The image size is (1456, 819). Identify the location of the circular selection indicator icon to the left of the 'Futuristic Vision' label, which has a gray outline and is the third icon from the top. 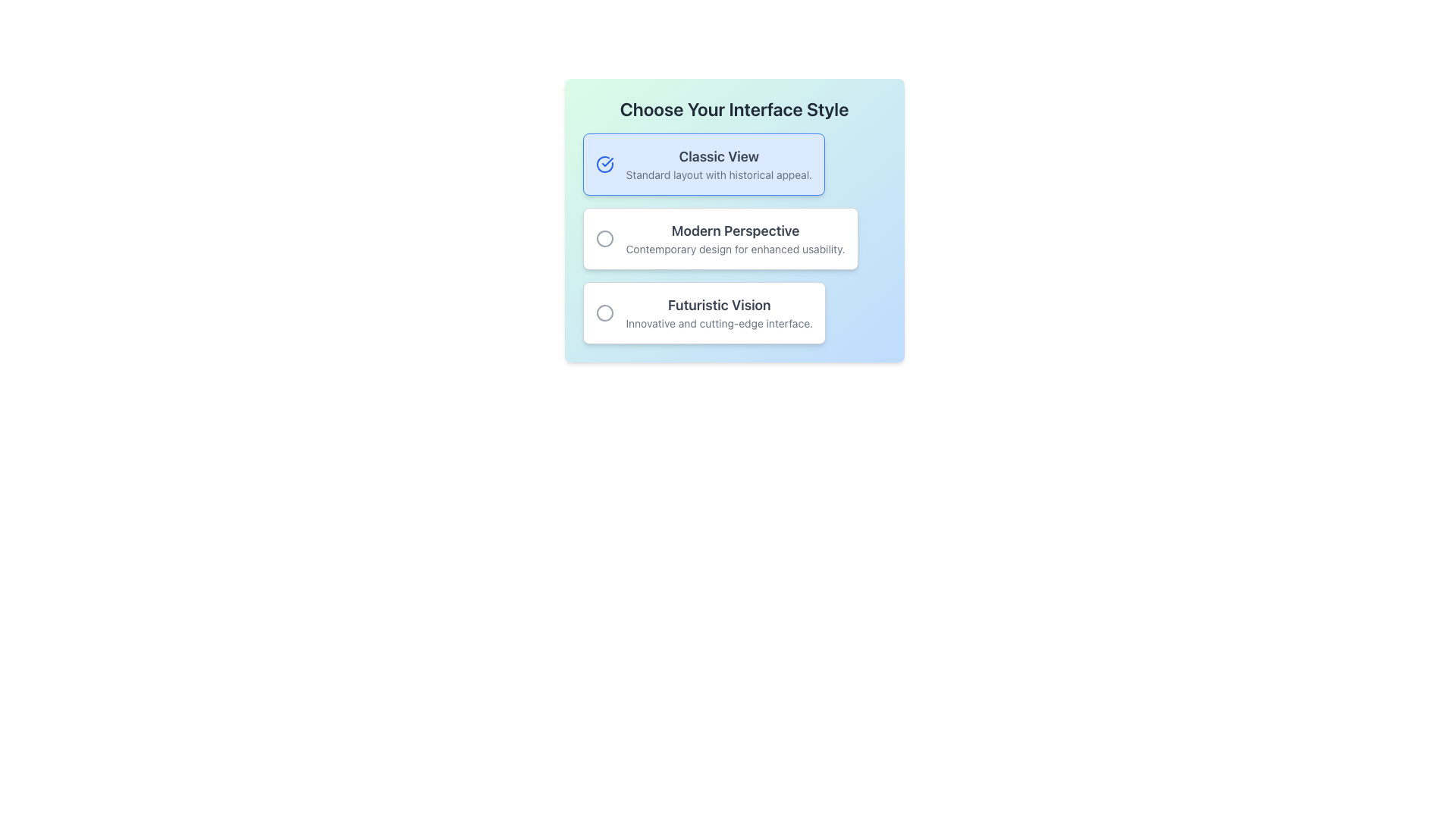
(604, 312).